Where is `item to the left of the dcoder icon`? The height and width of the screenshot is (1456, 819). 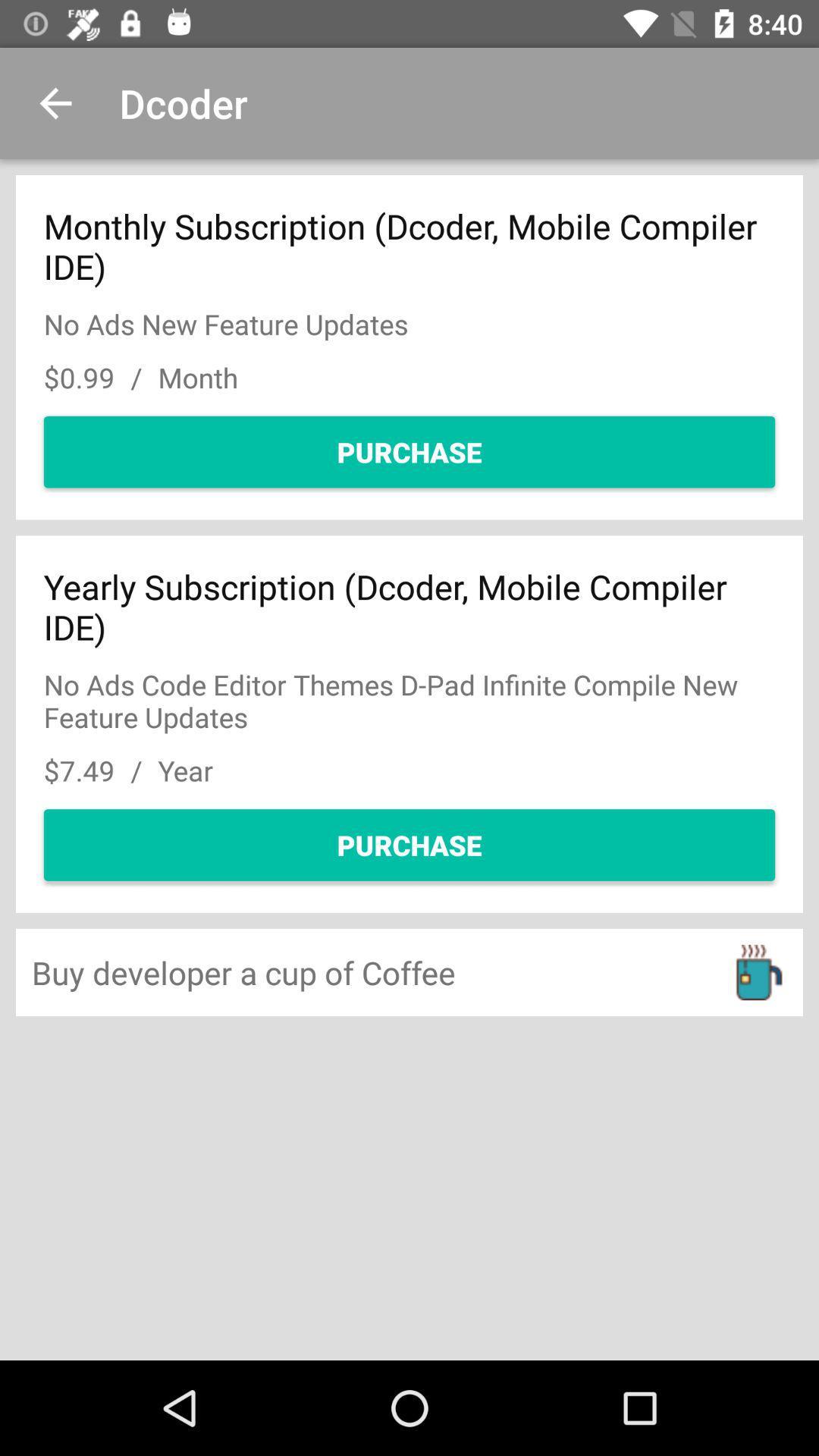
item to the left of the dcoder icon is located at coordinates (55, 102).